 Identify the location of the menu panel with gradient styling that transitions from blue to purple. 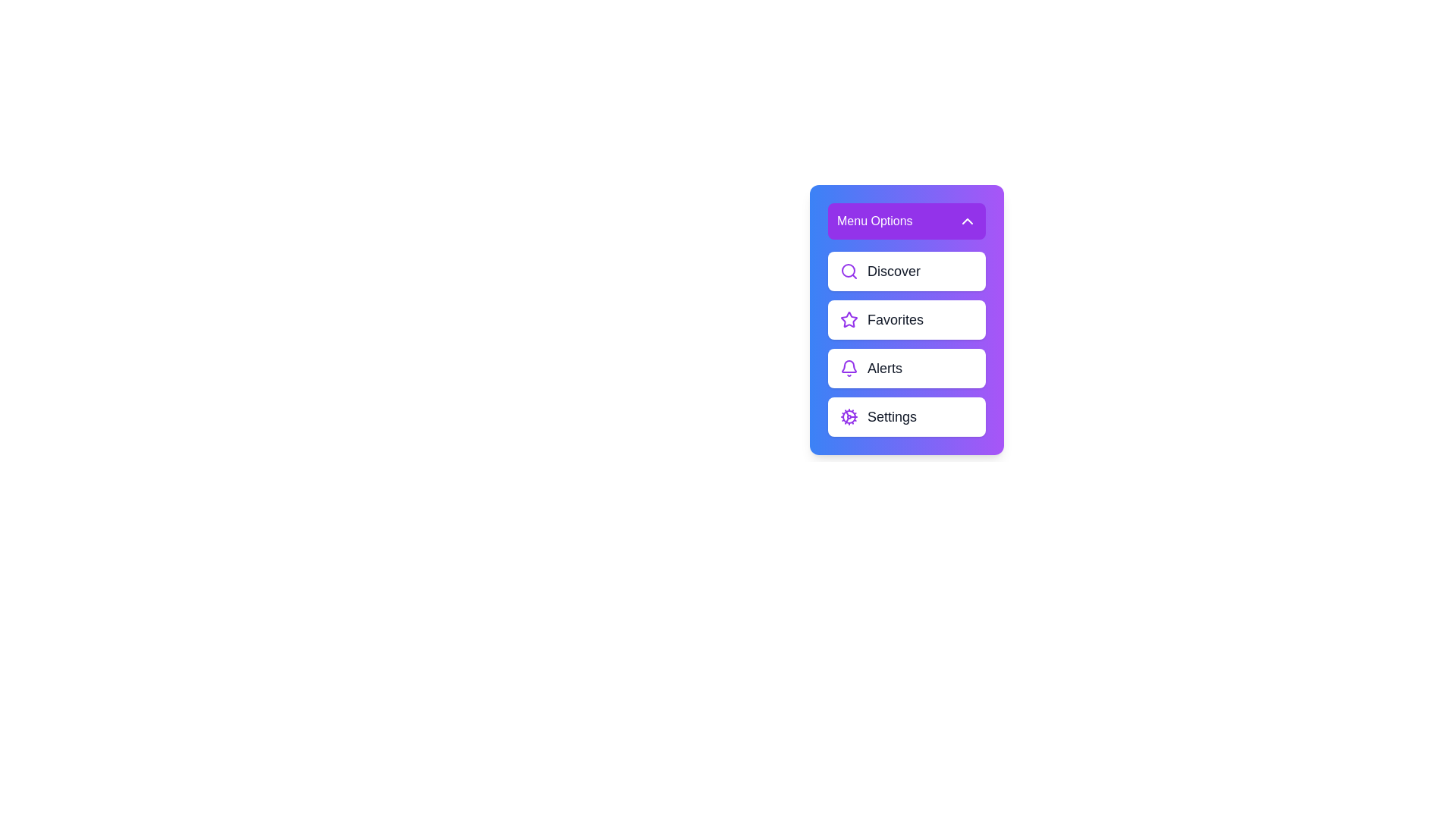
(906, 318).